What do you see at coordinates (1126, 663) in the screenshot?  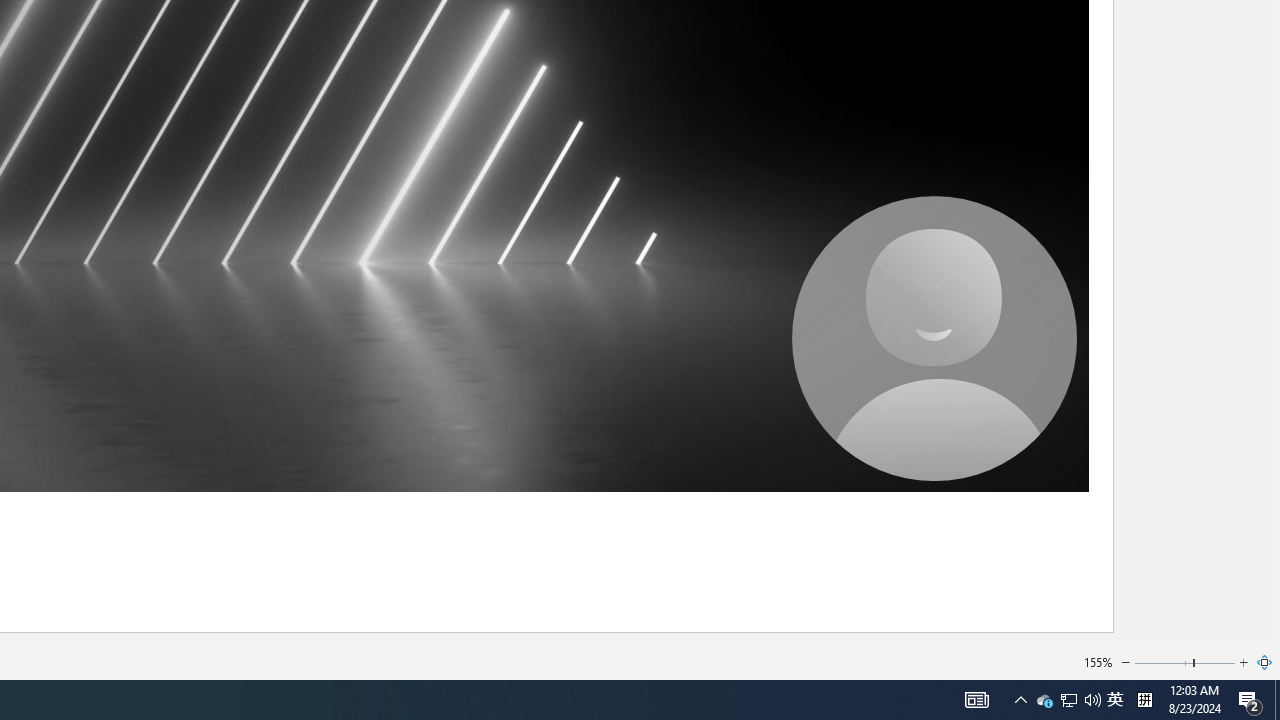 I see `'Zoom Out'` at bounding box center [1126, 663].